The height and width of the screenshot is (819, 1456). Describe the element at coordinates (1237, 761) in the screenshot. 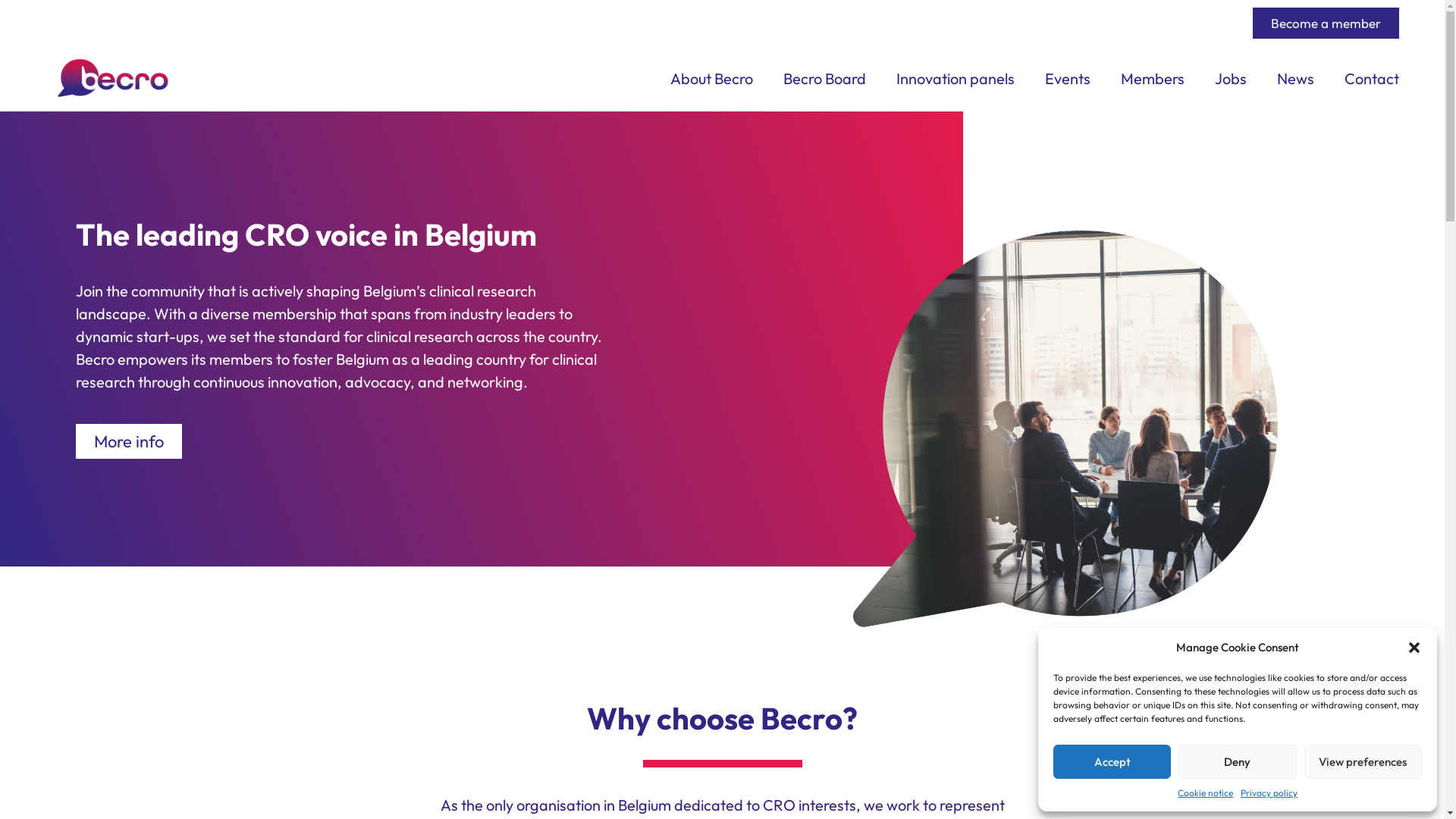

I see `'Deny'` at that location.